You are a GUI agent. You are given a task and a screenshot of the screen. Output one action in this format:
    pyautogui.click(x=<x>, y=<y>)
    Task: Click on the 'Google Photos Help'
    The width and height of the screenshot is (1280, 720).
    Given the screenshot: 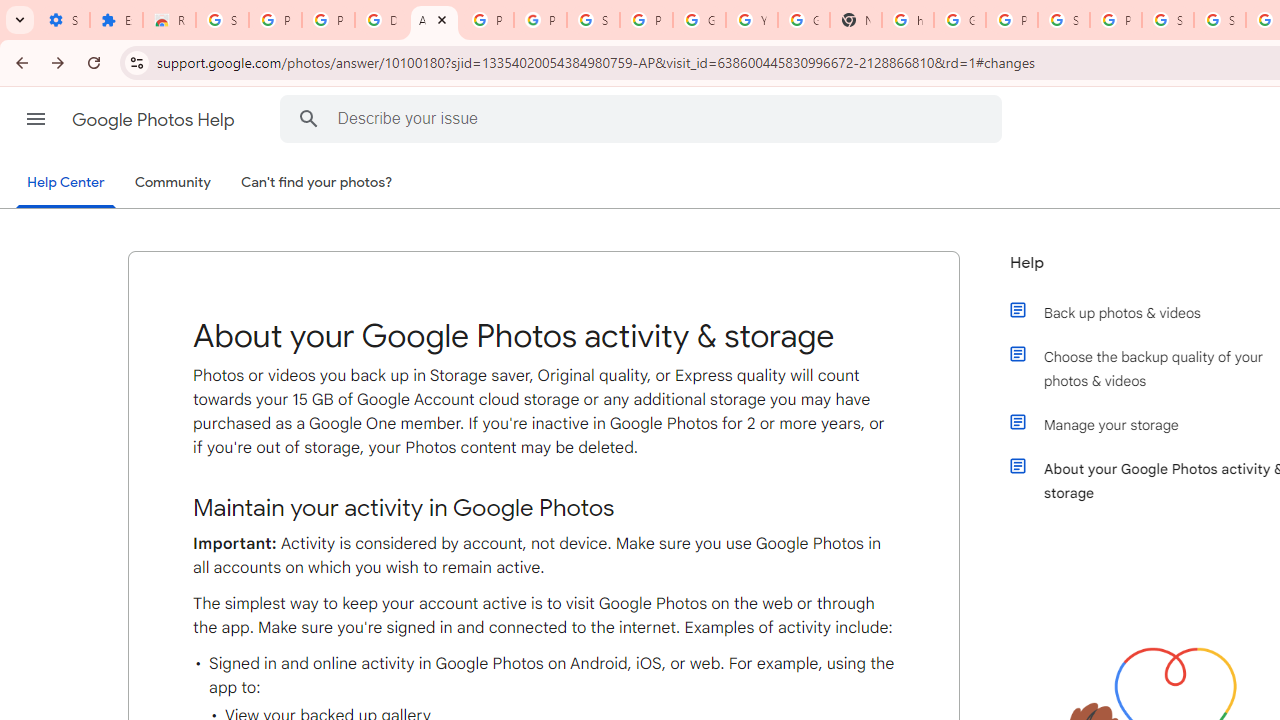 What is the action you would take?
    pyautogui.click(x=154, y=119)
    